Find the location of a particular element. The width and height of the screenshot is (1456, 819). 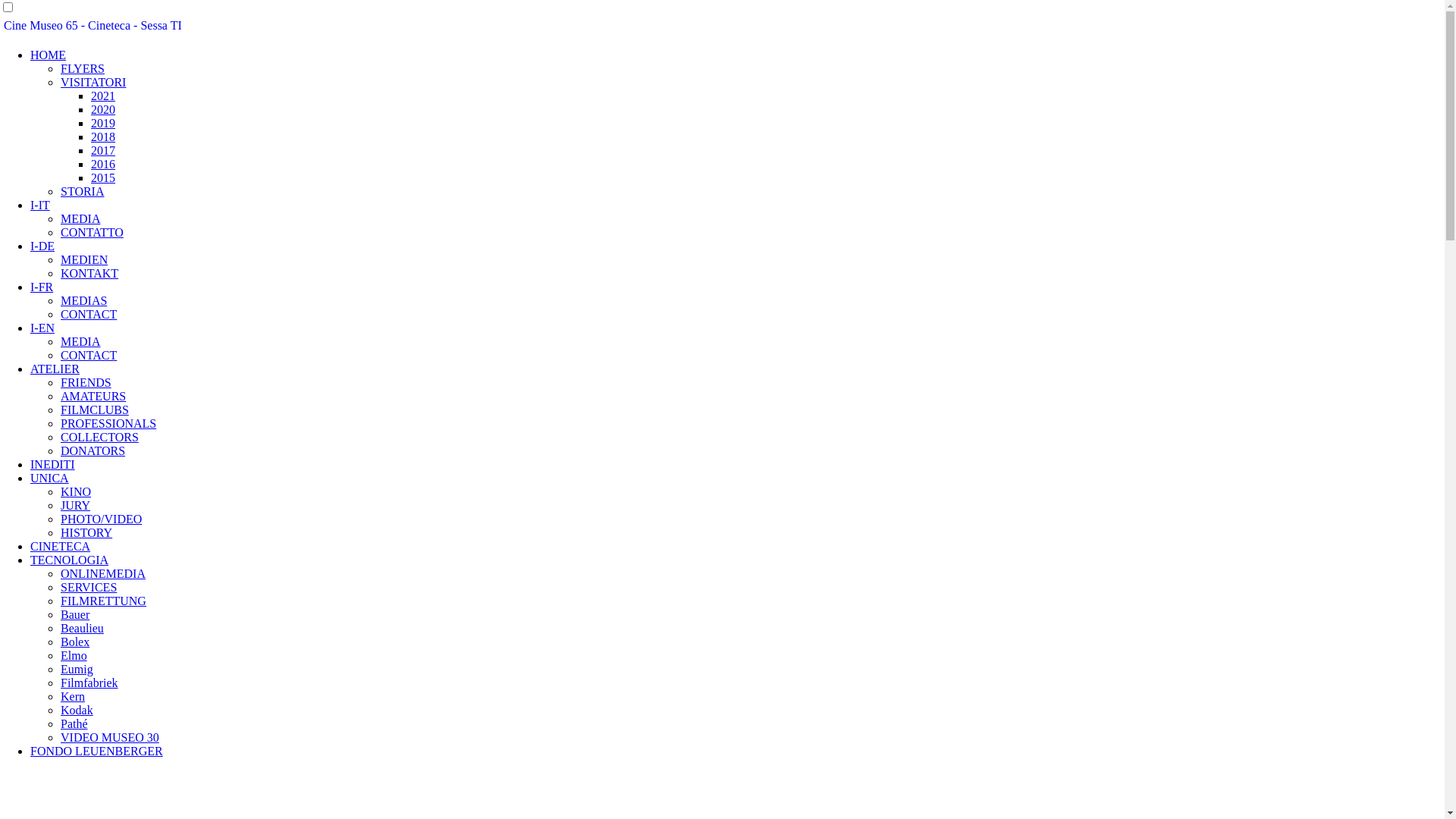

'Eumig' is located at coordinates (76, 668).